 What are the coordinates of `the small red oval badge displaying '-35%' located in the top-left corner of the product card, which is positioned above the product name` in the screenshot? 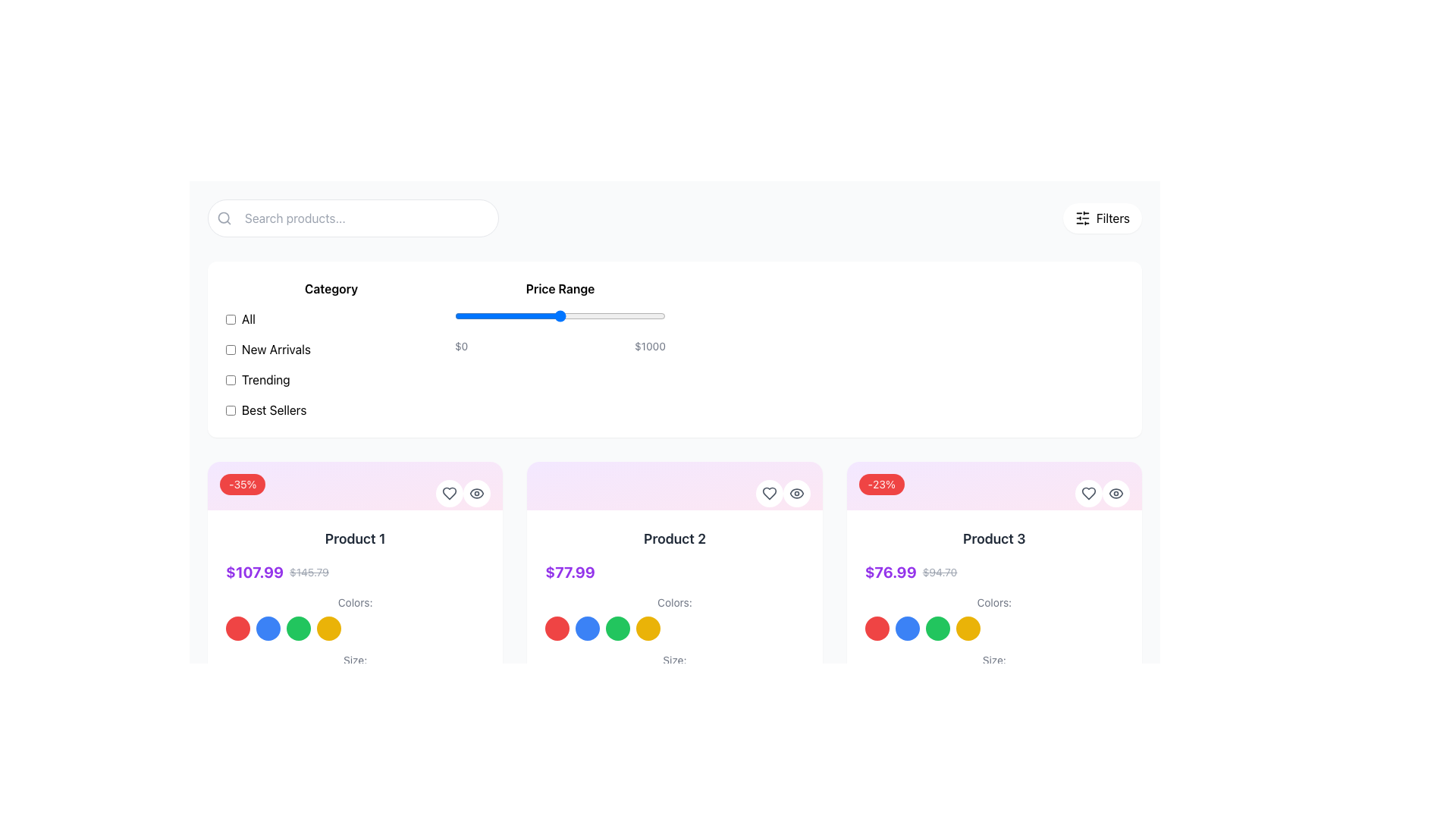 It's located at (243, 485).